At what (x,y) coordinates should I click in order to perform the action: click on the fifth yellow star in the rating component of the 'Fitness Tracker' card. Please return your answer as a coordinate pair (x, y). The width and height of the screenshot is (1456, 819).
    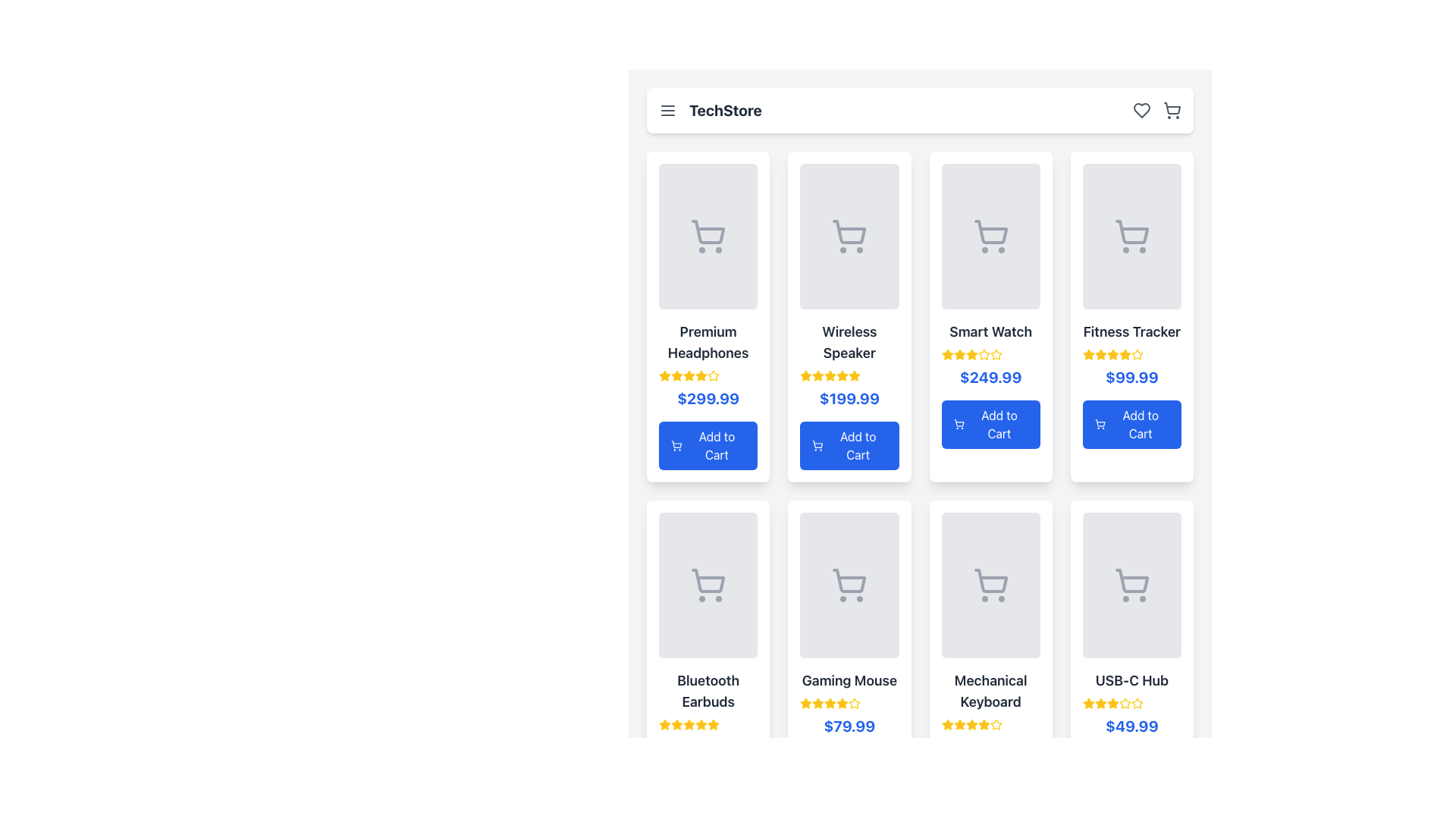
    Looking at the image, I should click on (1125, 354).